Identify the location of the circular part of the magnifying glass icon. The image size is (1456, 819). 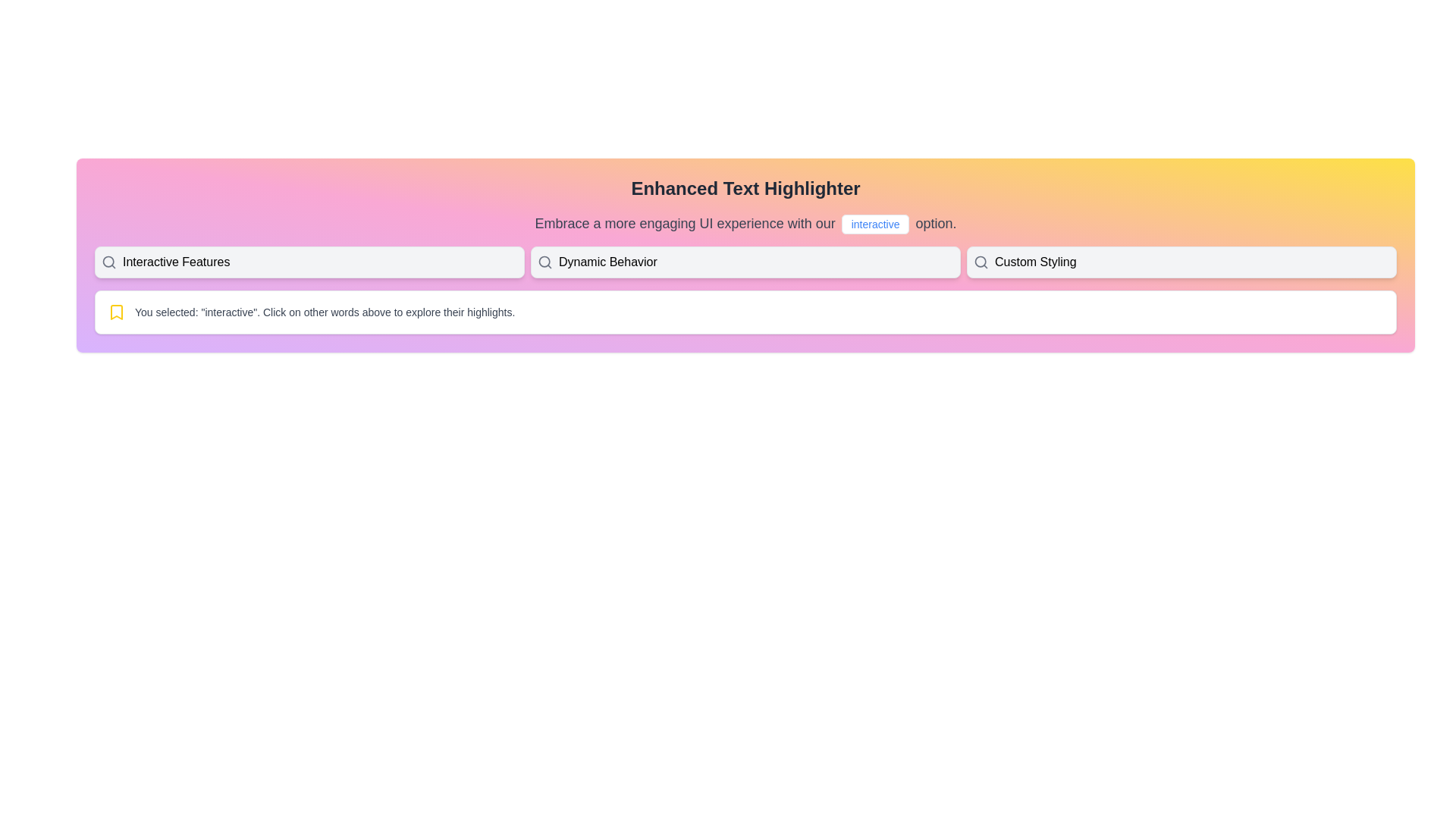
(108, 261).